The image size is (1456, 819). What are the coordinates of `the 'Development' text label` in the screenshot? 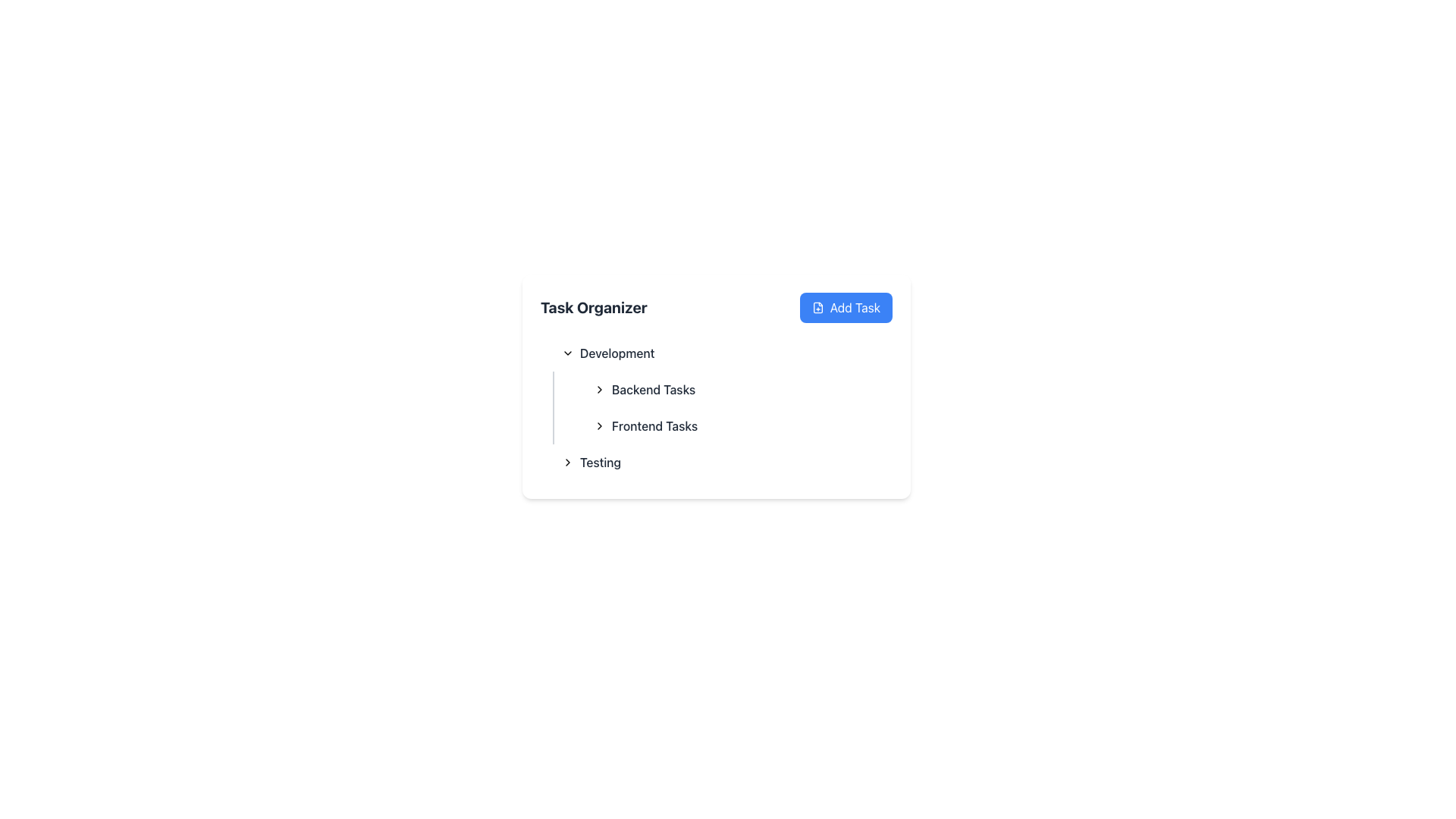 It's located at (608, 353).